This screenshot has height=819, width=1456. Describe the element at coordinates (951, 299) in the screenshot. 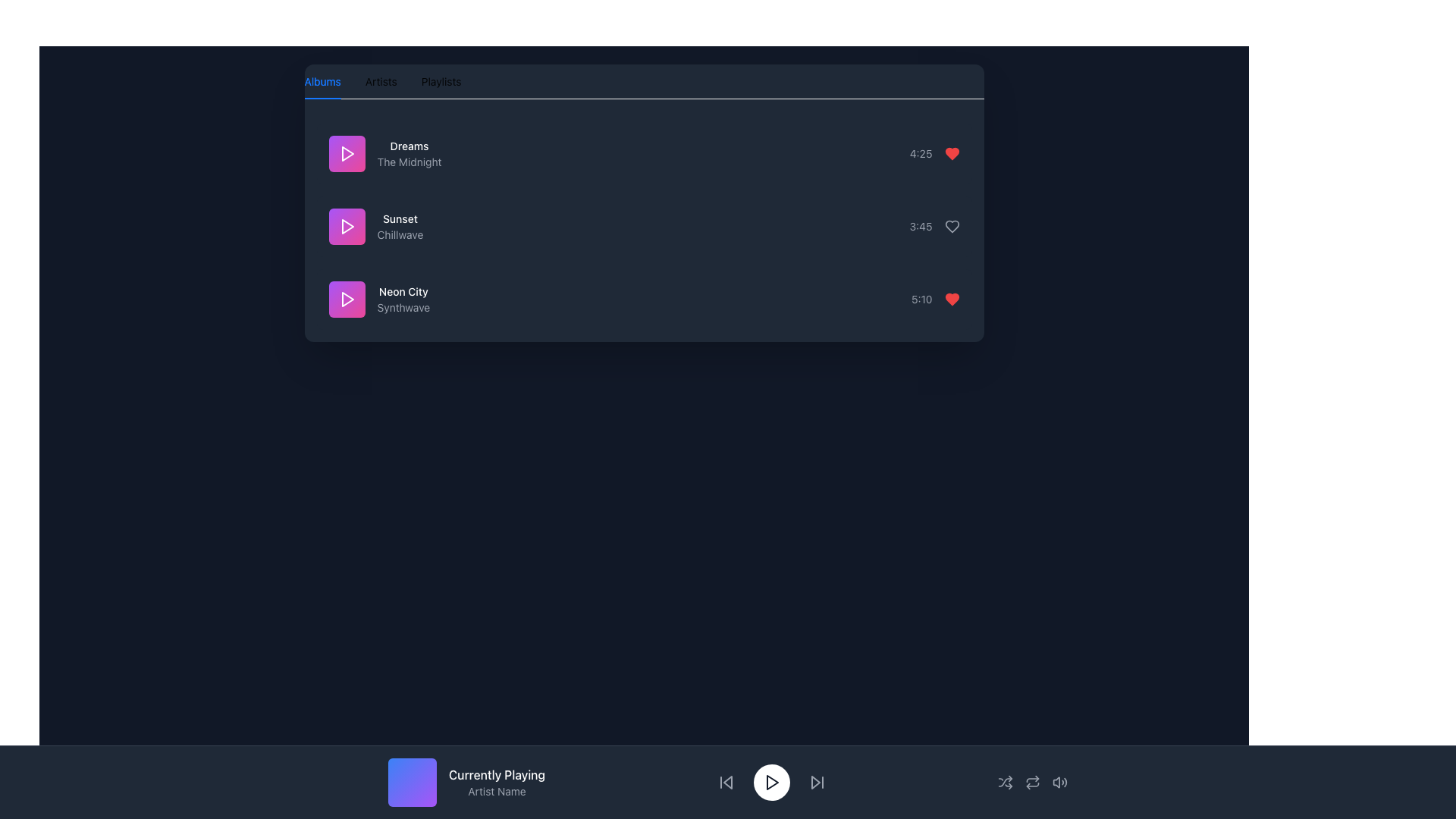

I see `the red heart-shaped icon button located to the right of the '5:10' time label` at that location.